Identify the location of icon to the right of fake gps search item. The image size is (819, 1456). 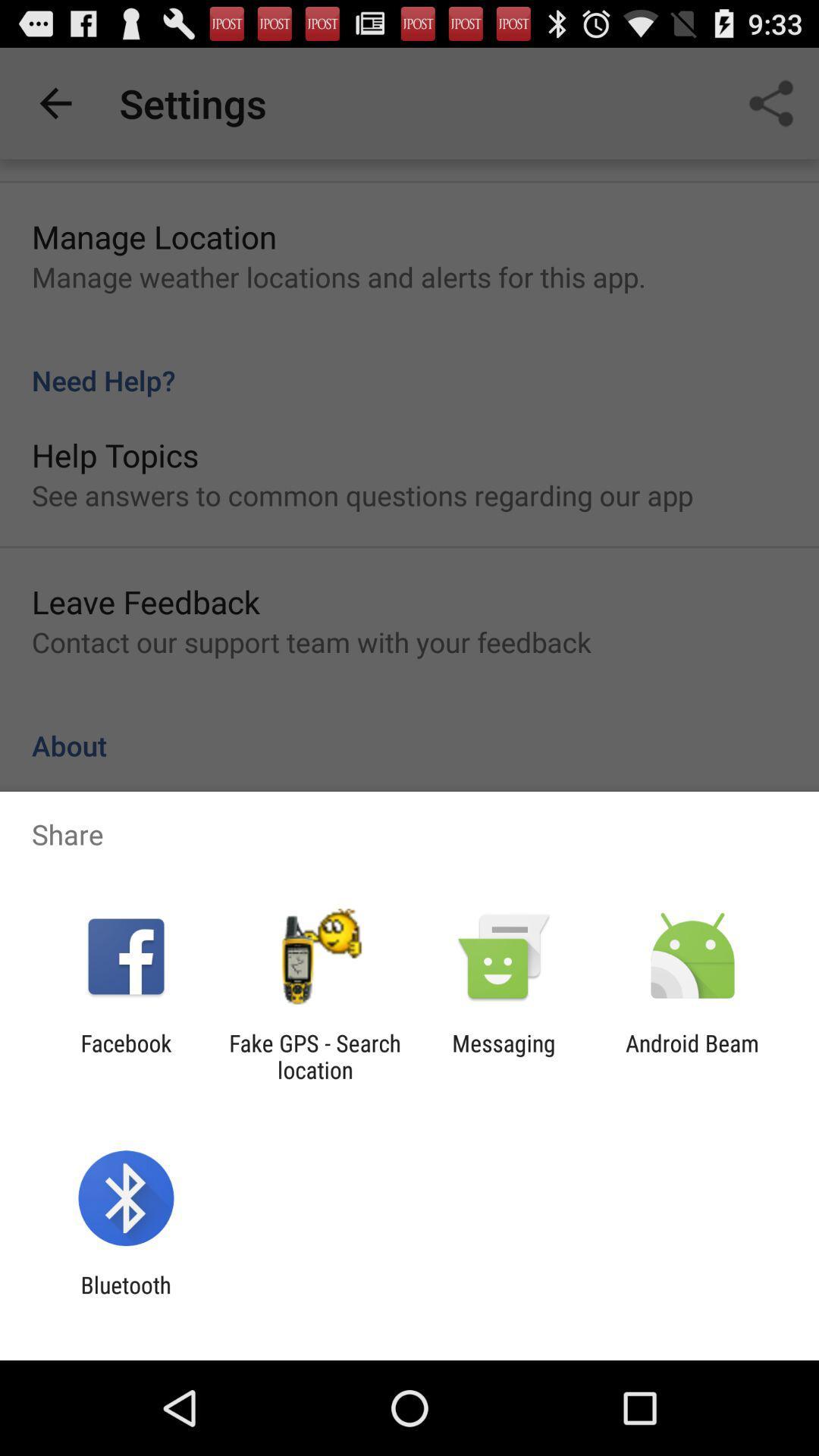
(504, 1056).